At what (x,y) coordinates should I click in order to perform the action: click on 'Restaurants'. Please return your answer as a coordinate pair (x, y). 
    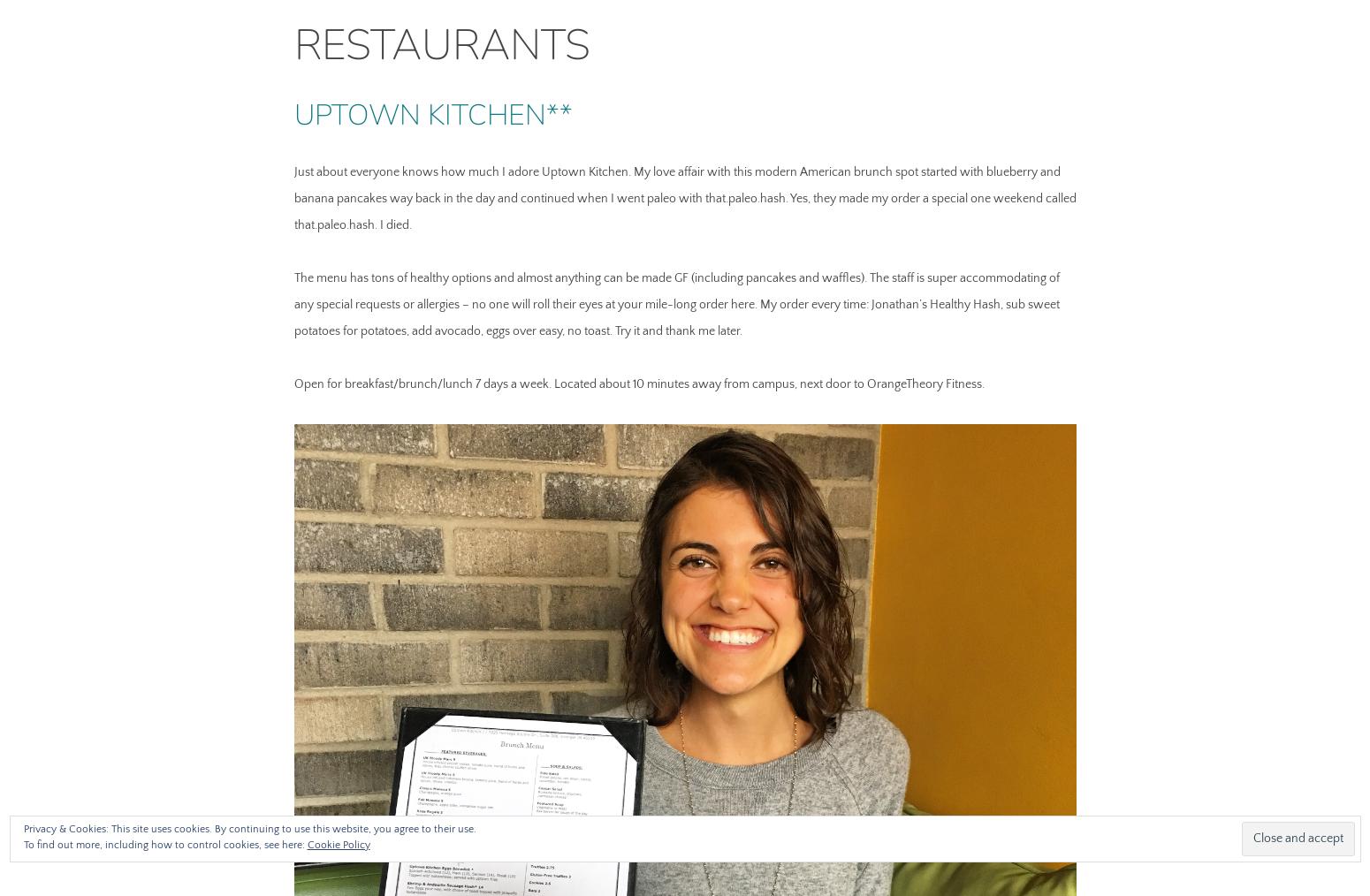
    Looking at the image, I should click on (293, 44).